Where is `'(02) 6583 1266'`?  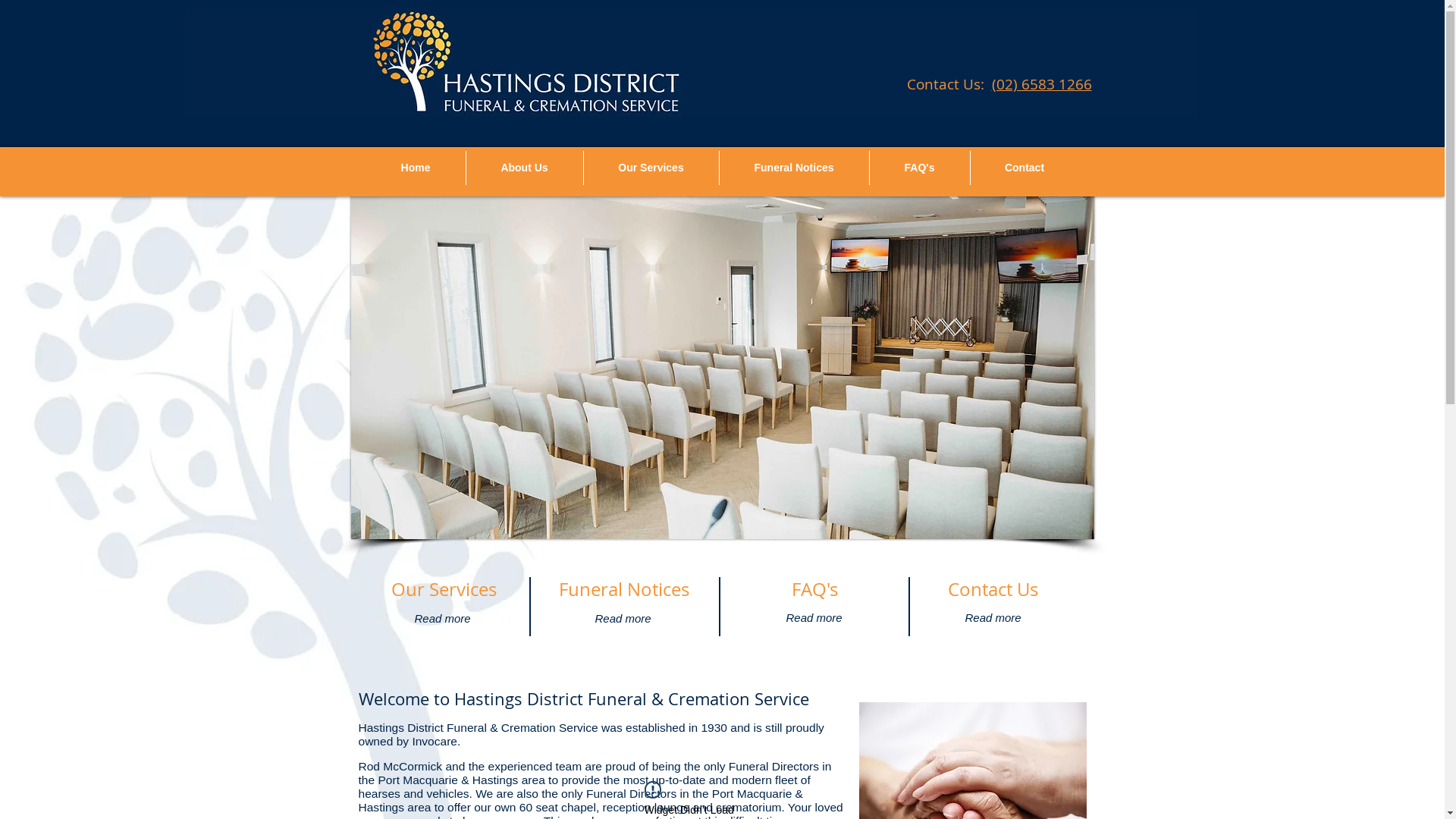
'(02) 6583 1266' is located at coordinates (1040, 84).